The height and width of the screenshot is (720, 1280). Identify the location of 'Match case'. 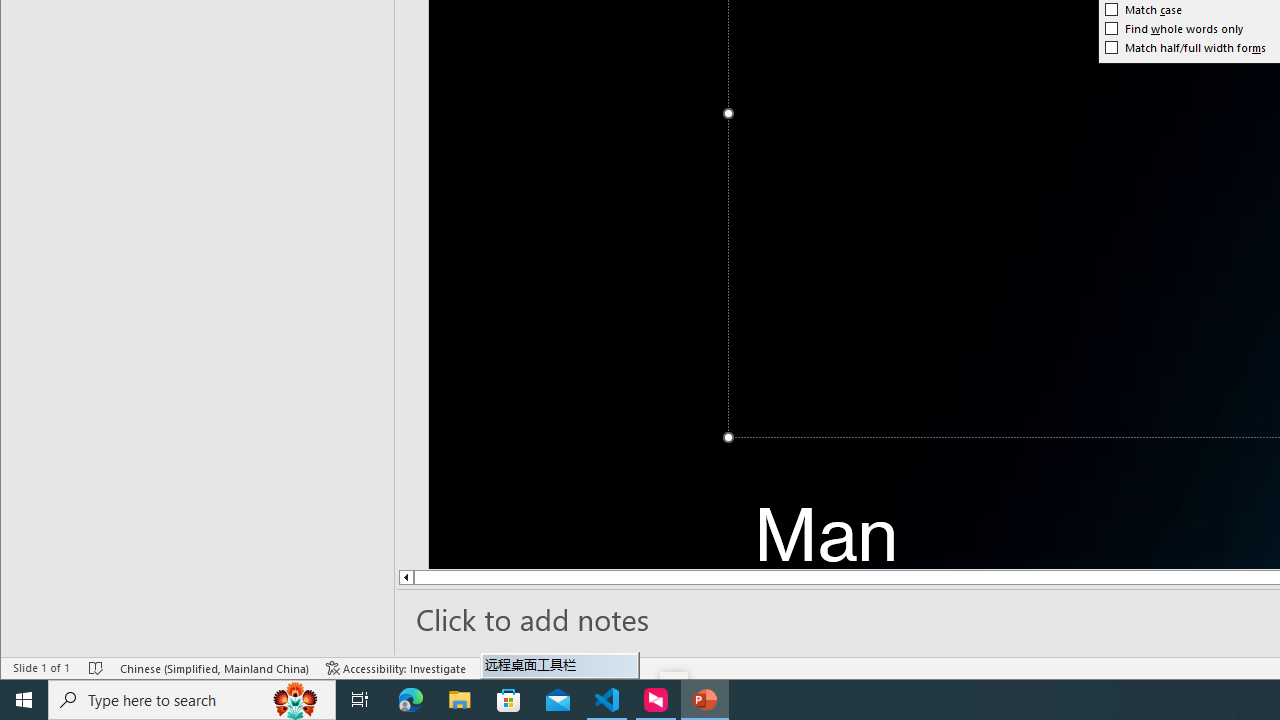
(1144, 10).